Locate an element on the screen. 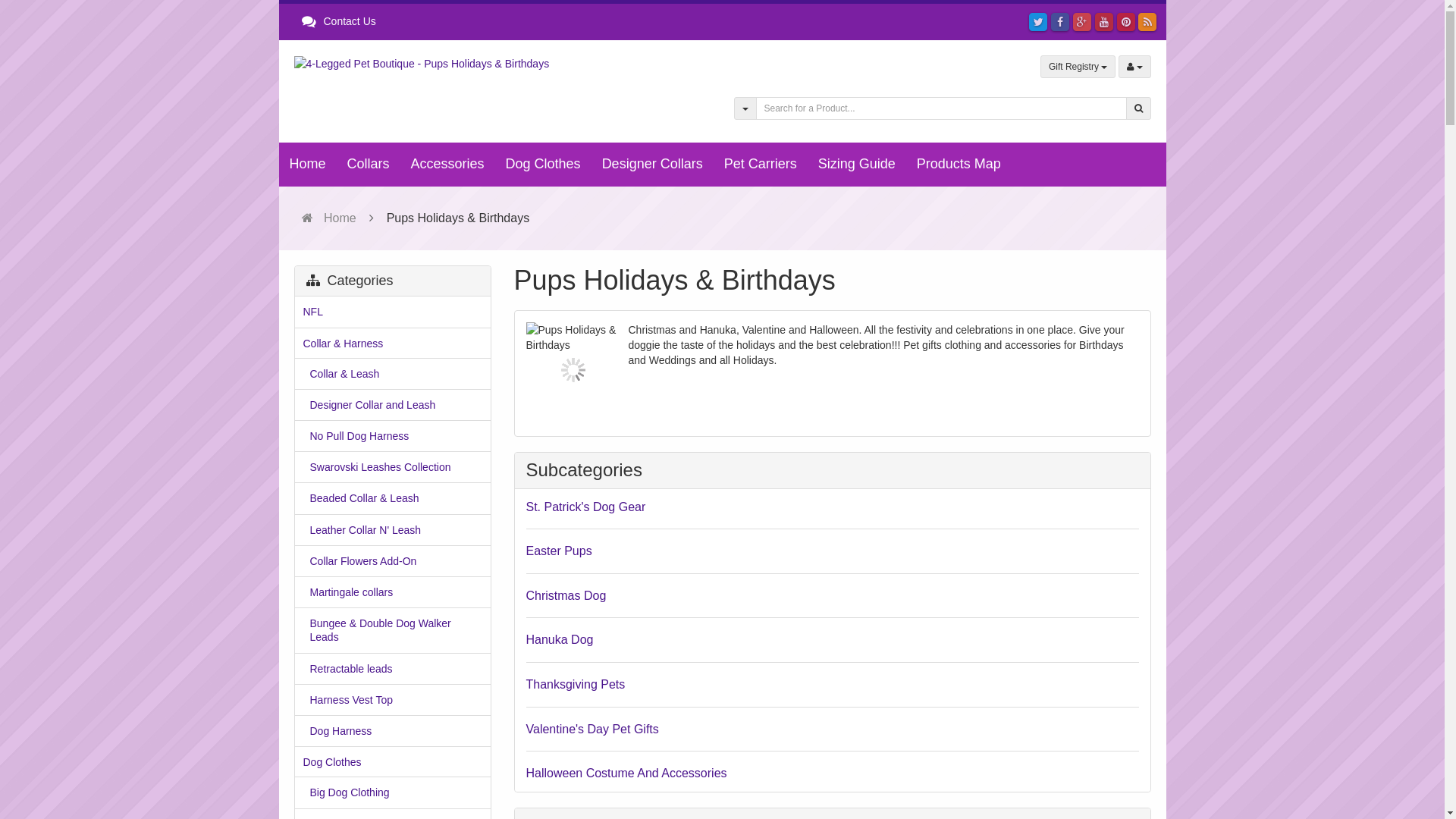 This screenshot has width=1456, height=819. 'Products Map' is located at coordinates (958, 164).